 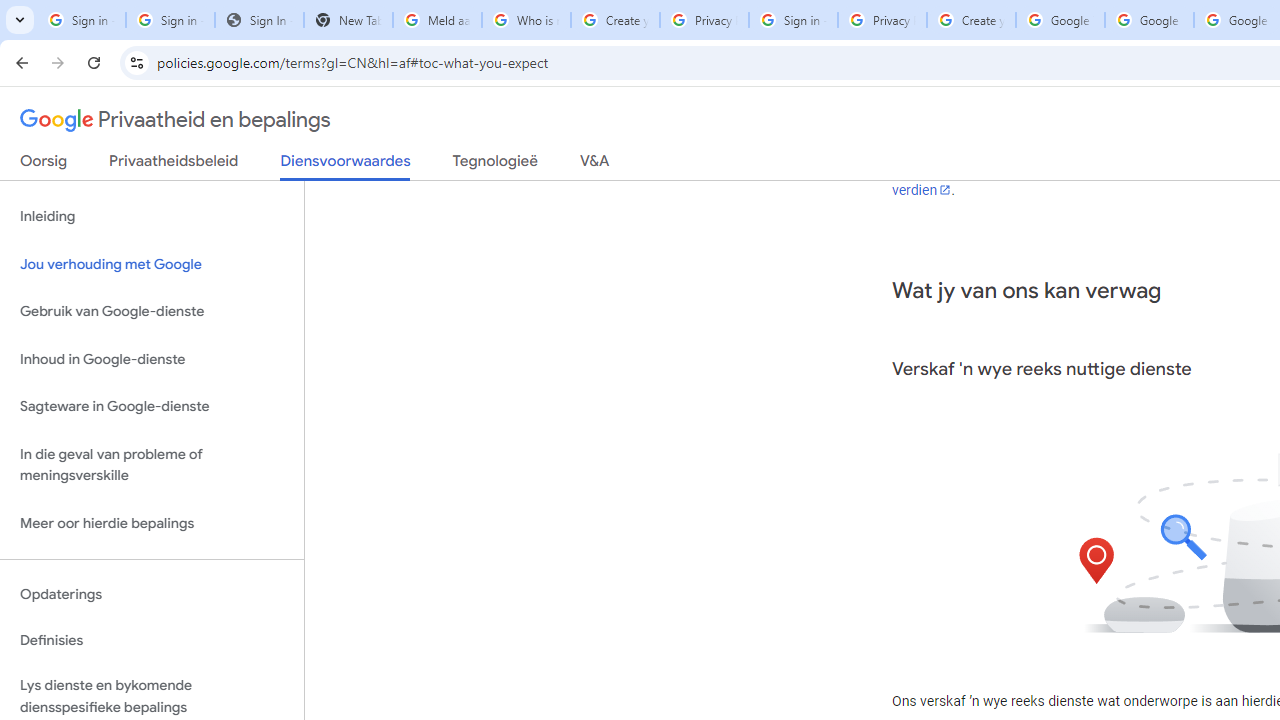 I want to click on 'Diensvoorwaardes', so click(x=345, y=165).